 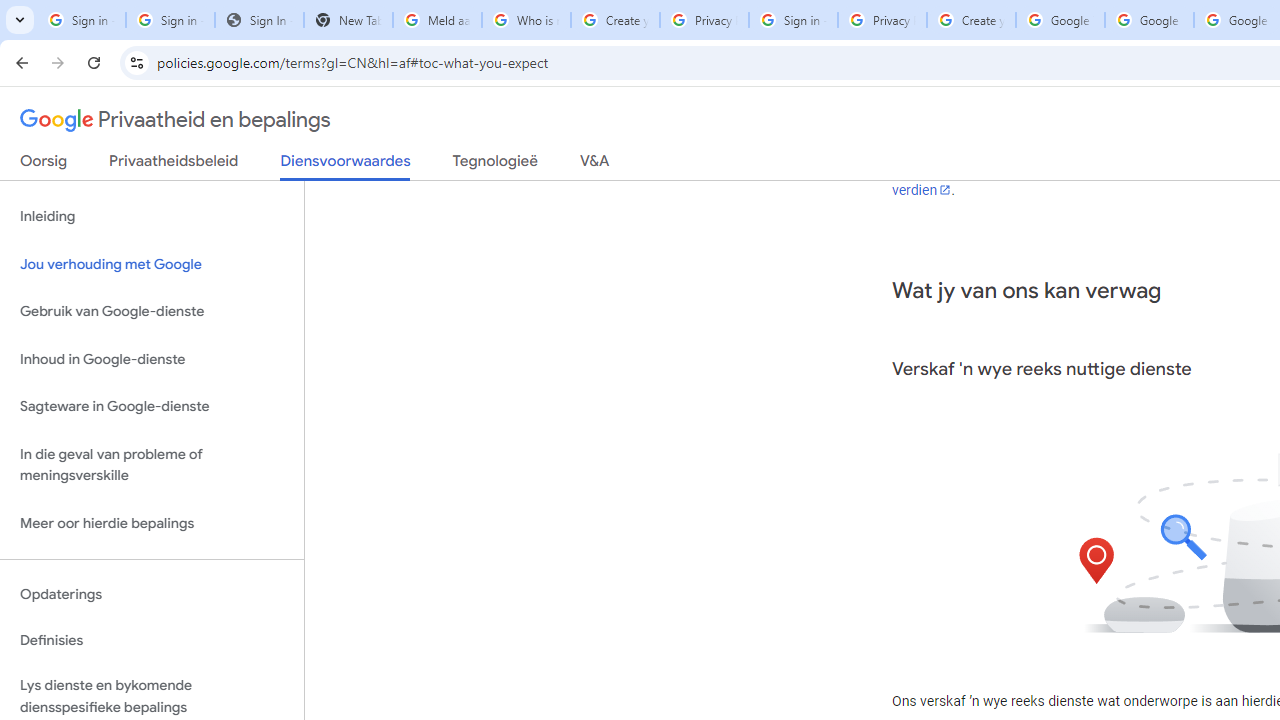 I want to click on 'Diensvoorwaardes', so click(x=345, y=165).